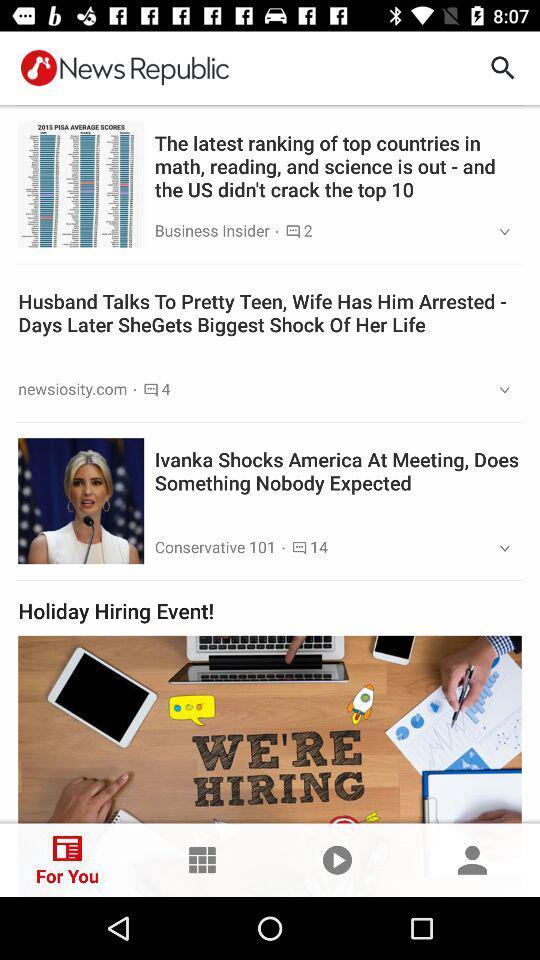 The image size is (540, 960). Describe the element at coordinates (80, 500) in the screenshot. I see `tap on the second image from the top of the page` at that location.